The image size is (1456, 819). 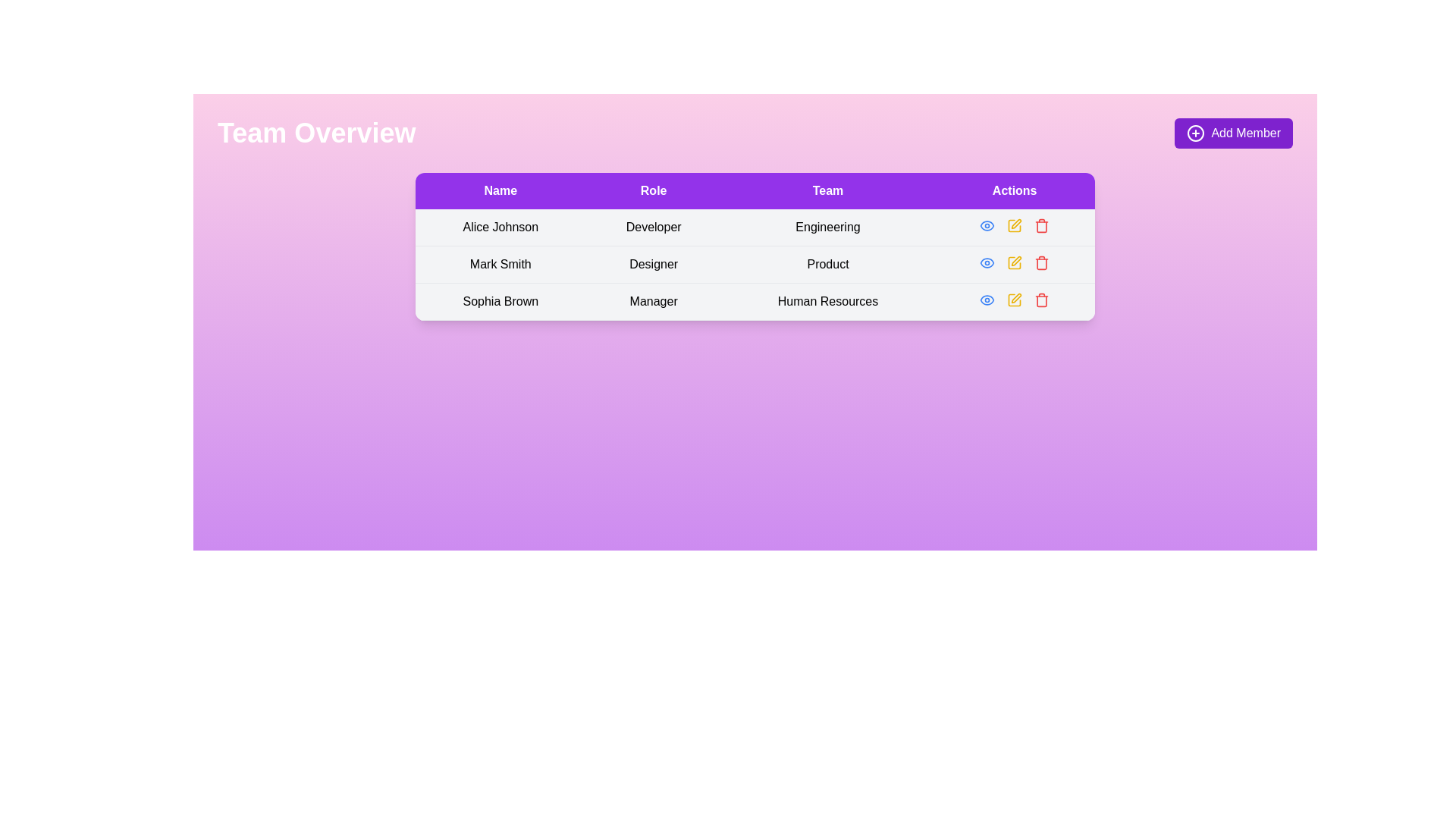 I want to click on the static text element displaying the user's name in the second row of the table under the Name column, located to the left of the 'Designer' element and above 'Sophia Brown', so click(x=500, y=263).